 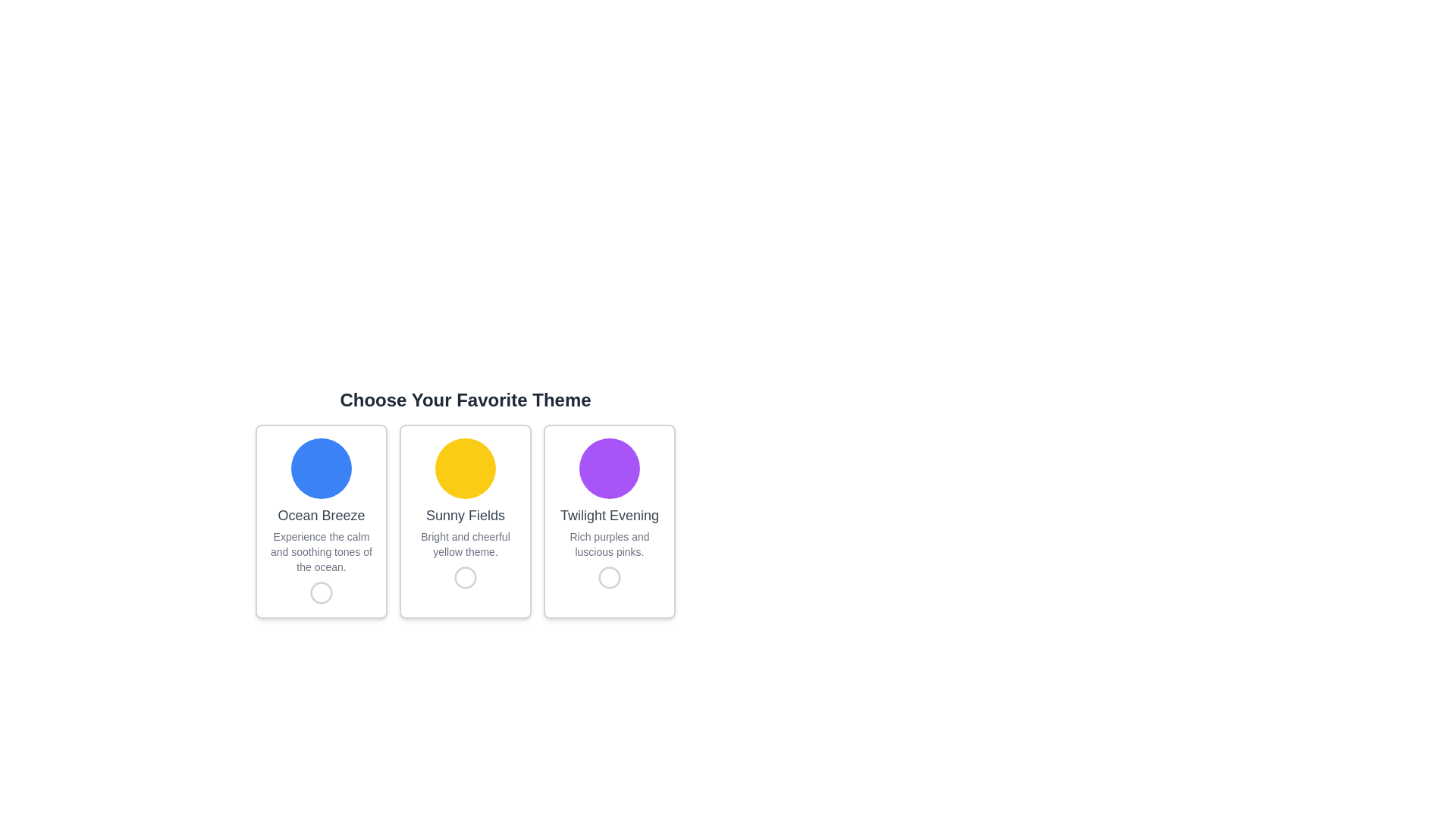 What do you see at coordinates (610, 467) in the screenshot?
I see `the circular decorative element within the 'Twilight Evening' card that visually represents the theme` at bounding box center [610, 467].